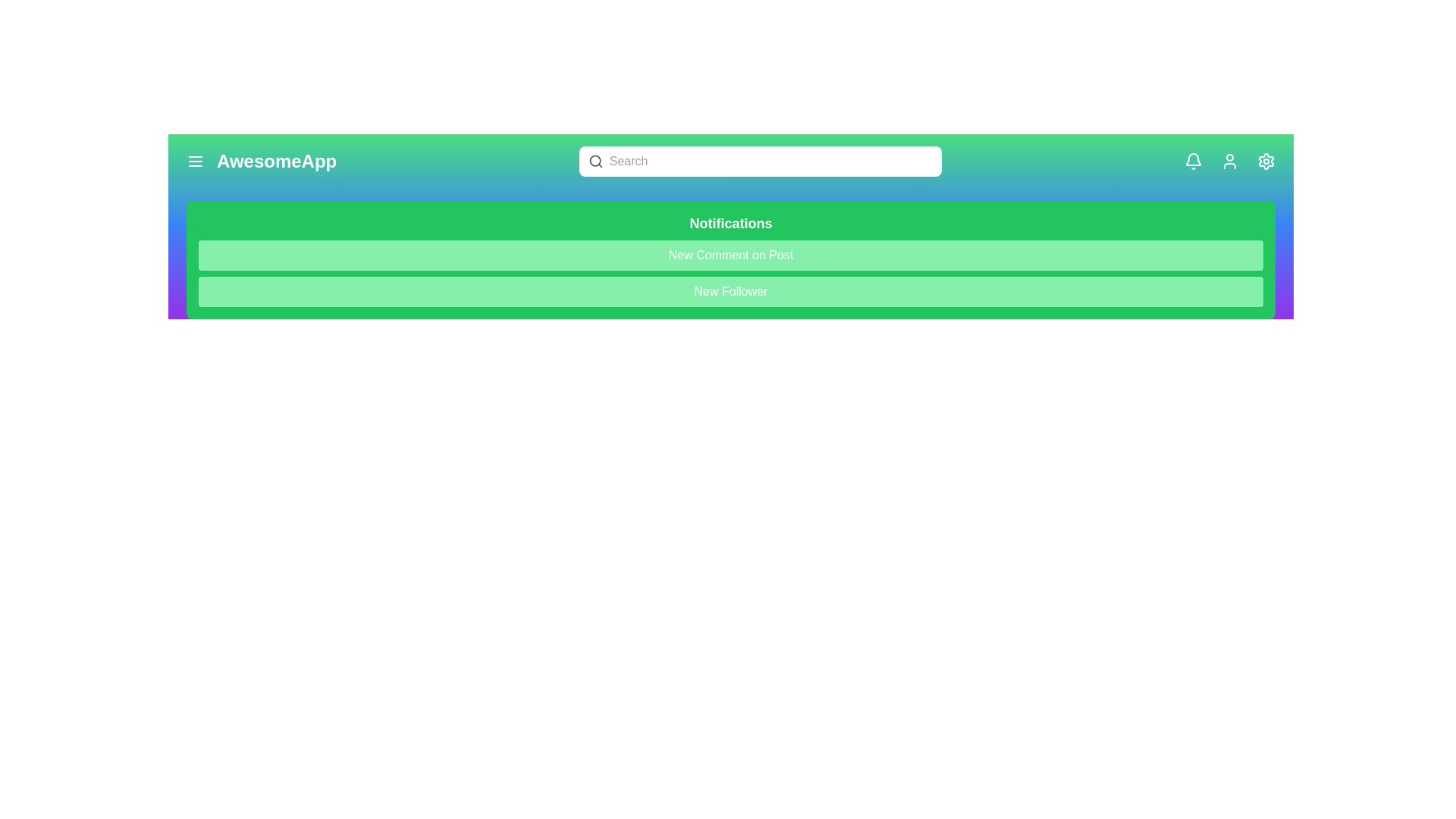 Image resolution: width=1456 pixels, height=819 pixels. Describe the element at coordinates (277, 161) in the screenshot. I see `the text label 'AwesomeApp' located in the header section, styled with a bold, large font size and positioned to the right of a menu icon` at that location.